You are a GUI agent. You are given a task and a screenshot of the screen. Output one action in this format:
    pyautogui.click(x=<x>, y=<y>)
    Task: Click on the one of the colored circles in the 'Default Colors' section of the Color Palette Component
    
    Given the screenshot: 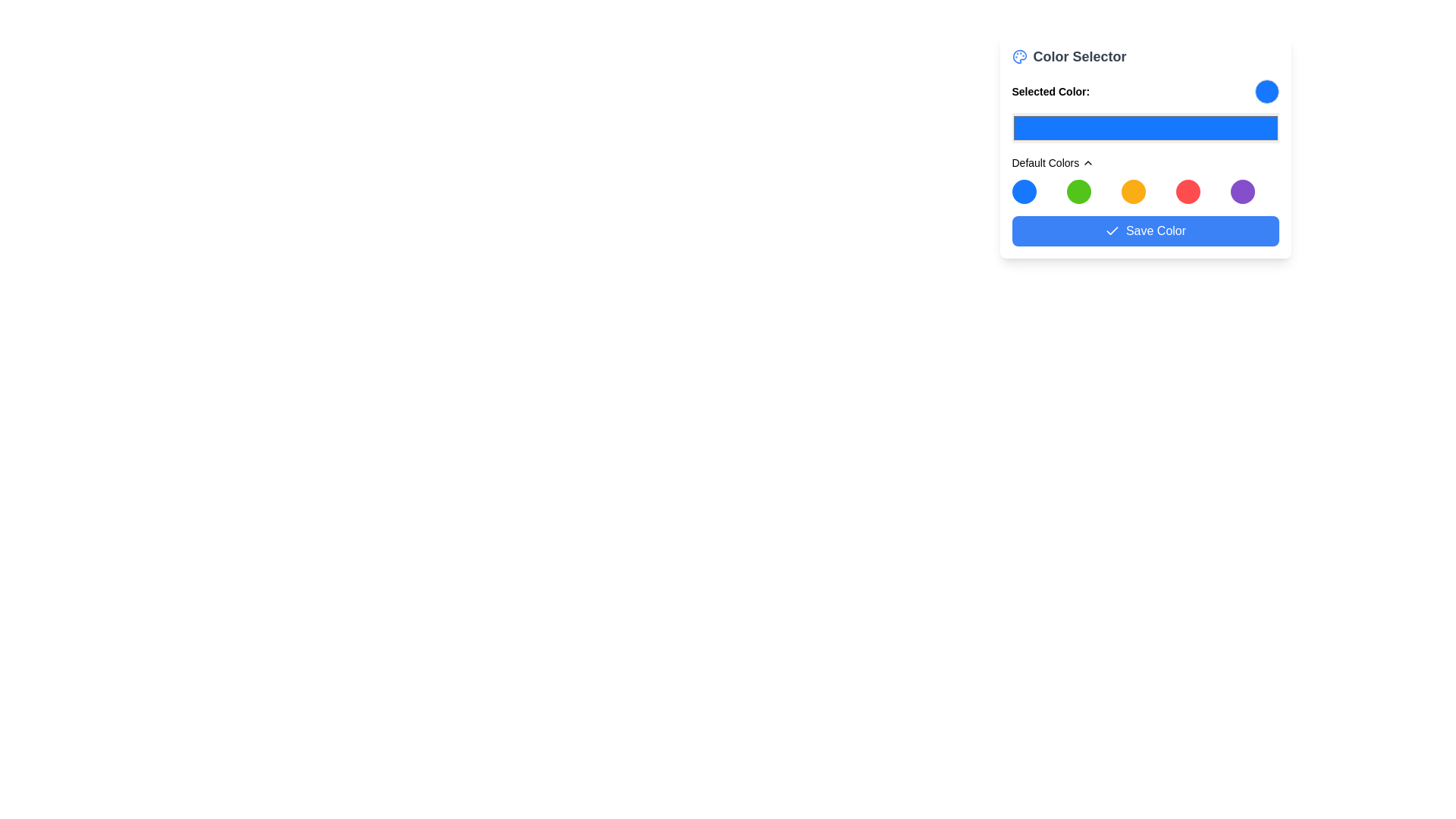 What is the action you would take?
    pyautogui.click(x=1145, y=178)
    